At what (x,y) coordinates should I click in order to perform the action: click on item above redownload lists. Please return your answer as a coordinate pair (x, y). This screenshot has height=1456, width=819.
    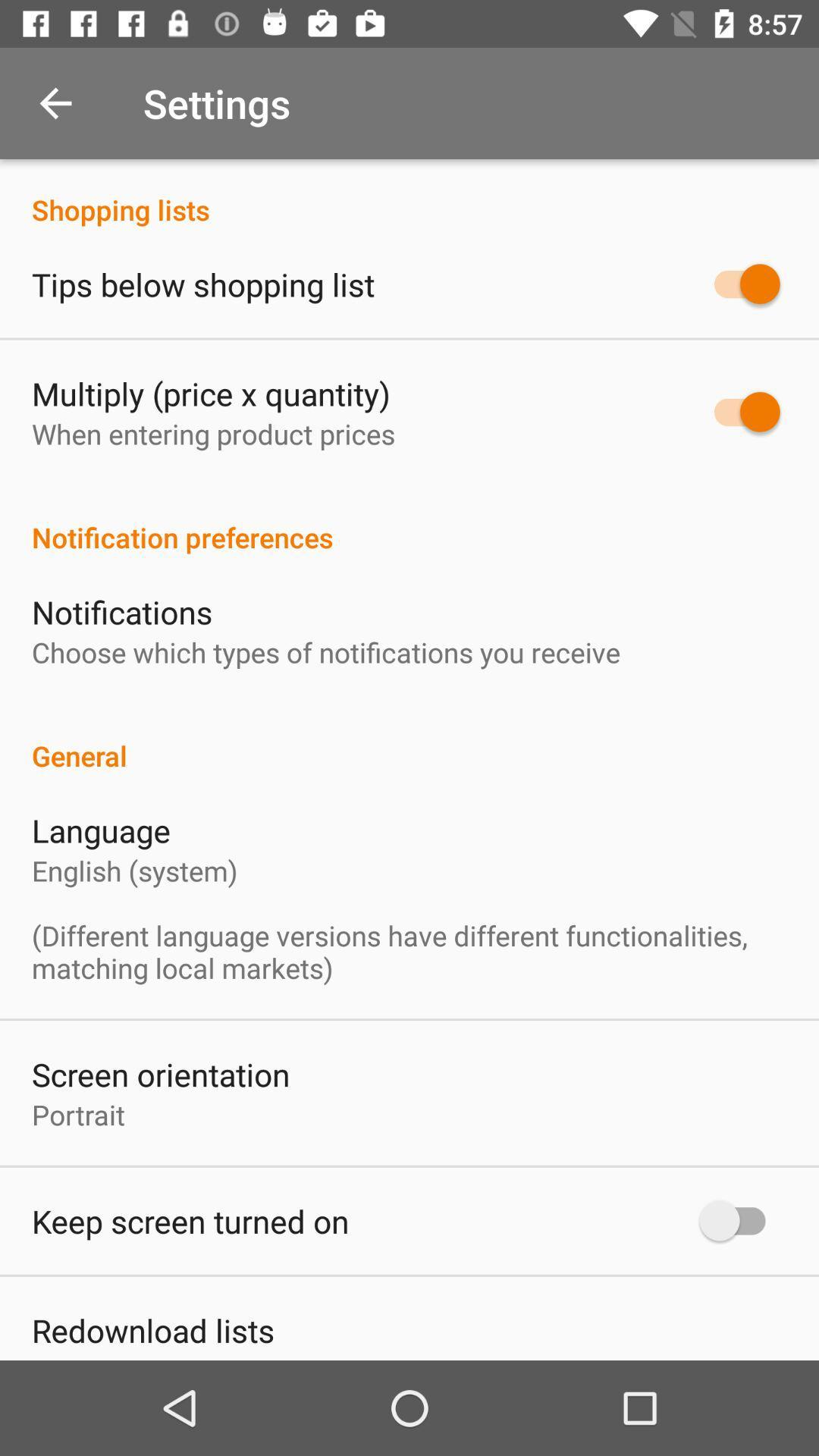
    Looking at the image, I should click on (190, 1221).